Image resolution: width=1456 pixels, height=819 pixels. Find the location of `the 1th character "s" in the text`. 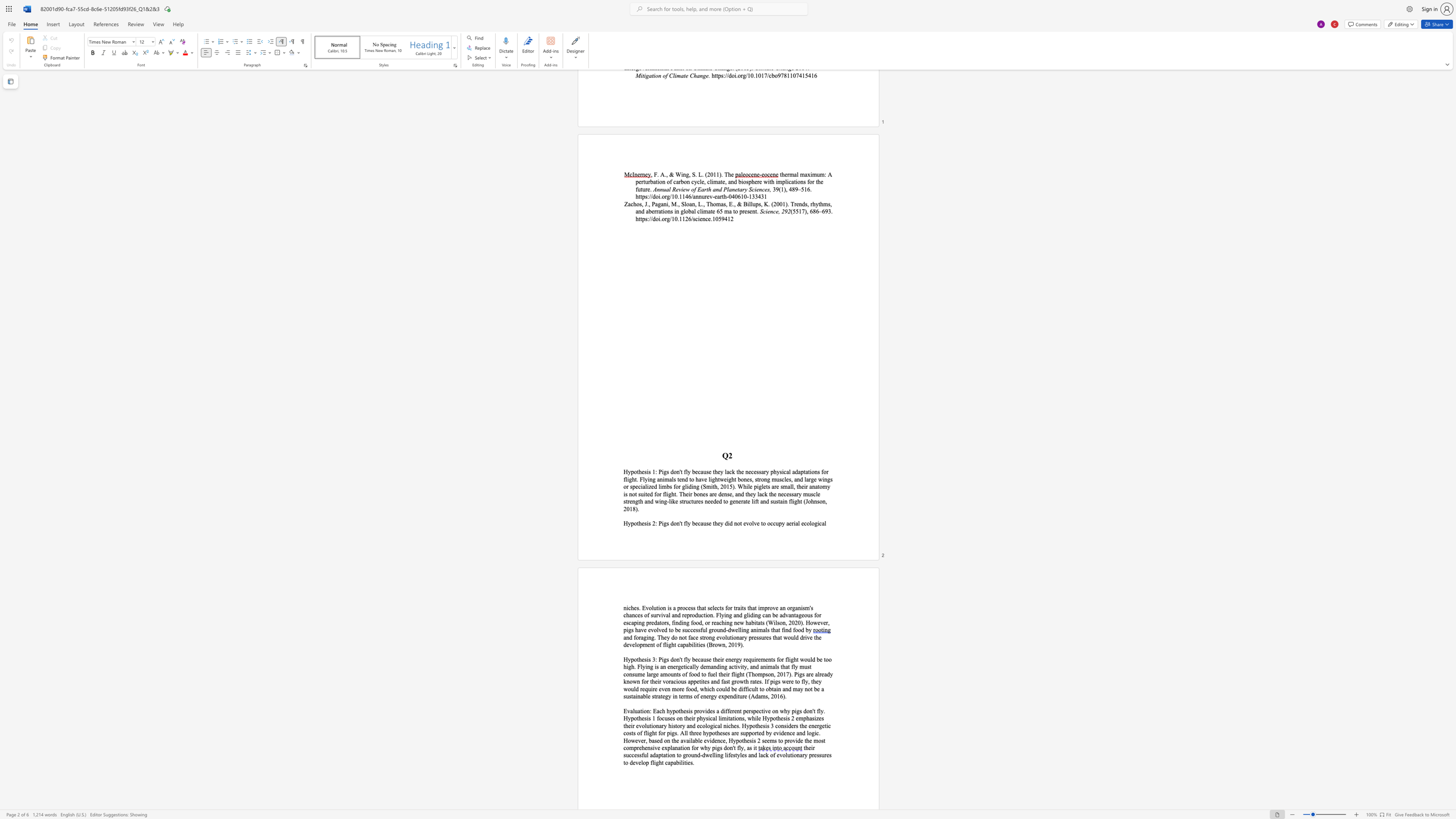

the 1th character "s" in the text is located at coordinates (811, 615).